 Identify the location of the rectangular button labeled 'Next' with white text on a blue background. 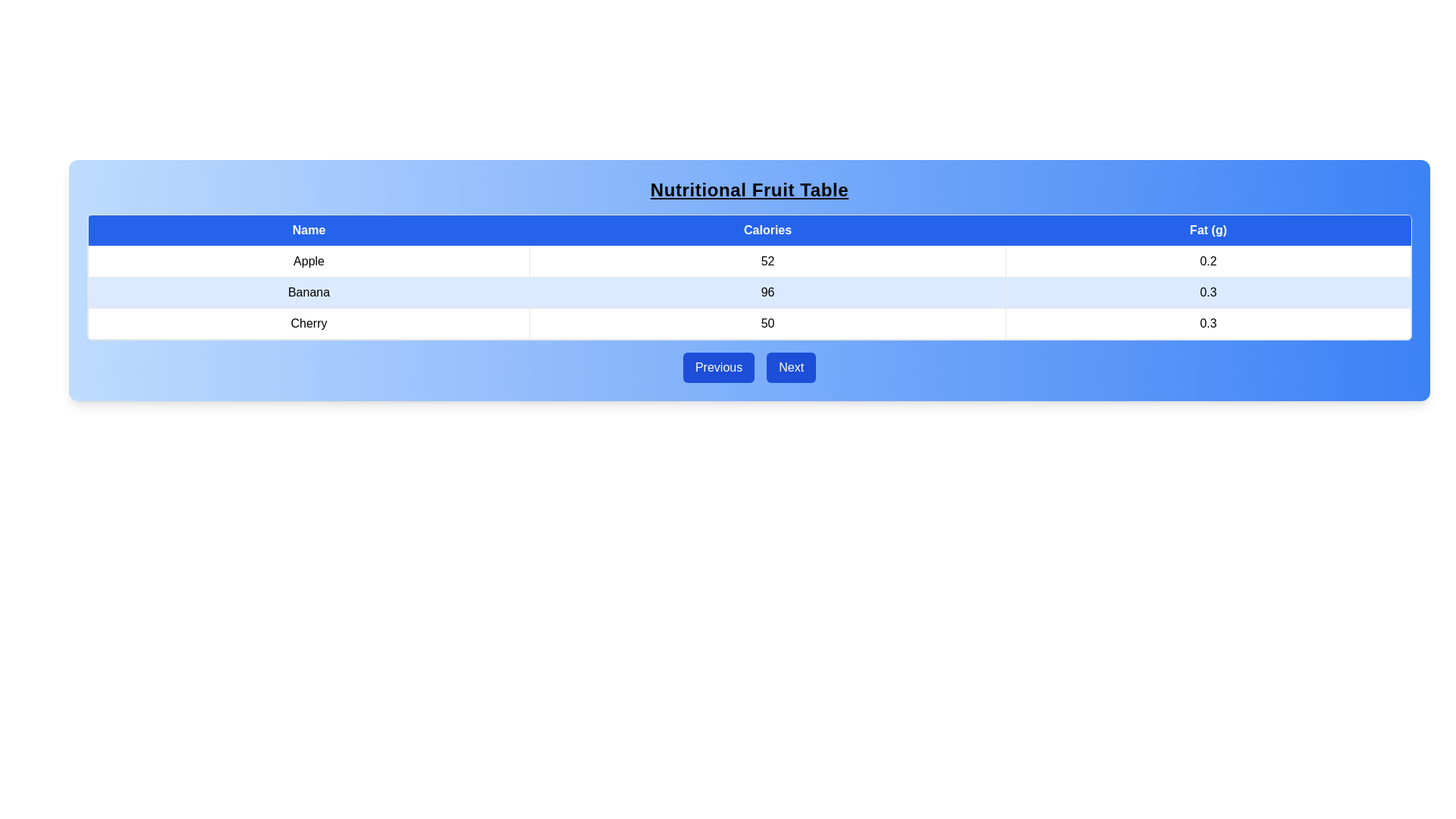
(790, 368).